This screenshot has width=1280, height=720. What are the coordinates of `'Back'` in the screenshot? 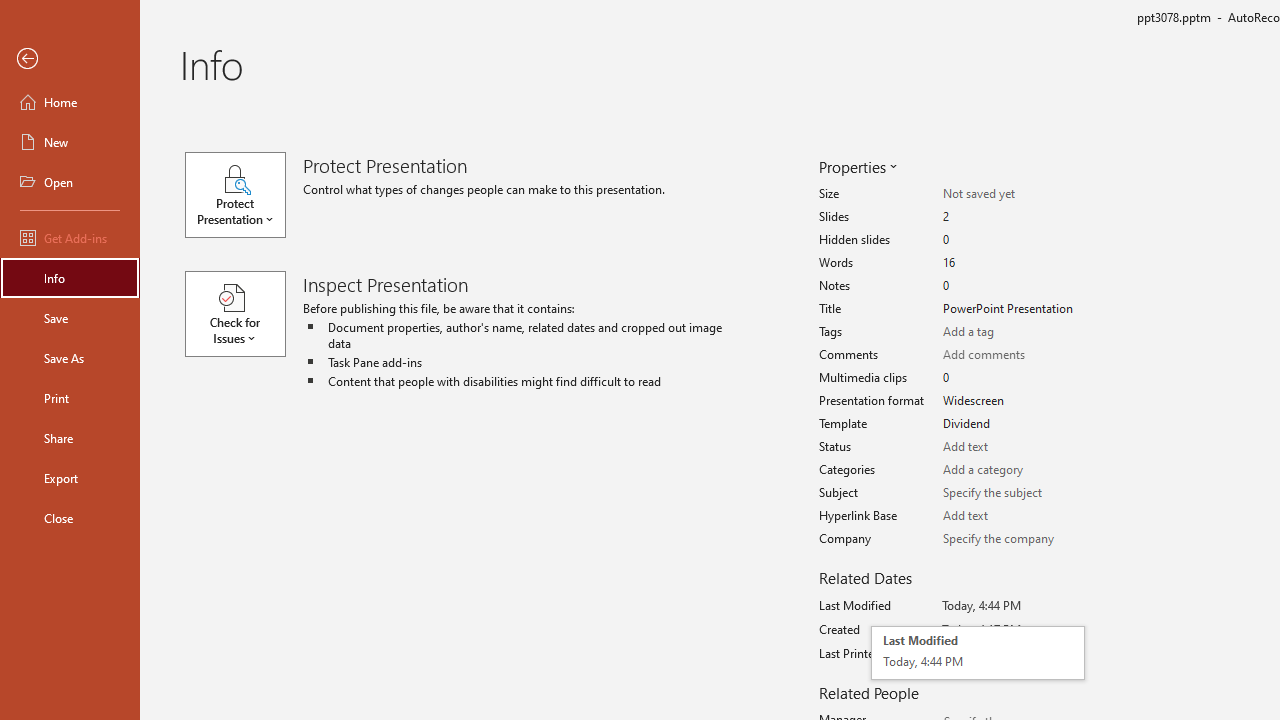 It's located at (69, 58).